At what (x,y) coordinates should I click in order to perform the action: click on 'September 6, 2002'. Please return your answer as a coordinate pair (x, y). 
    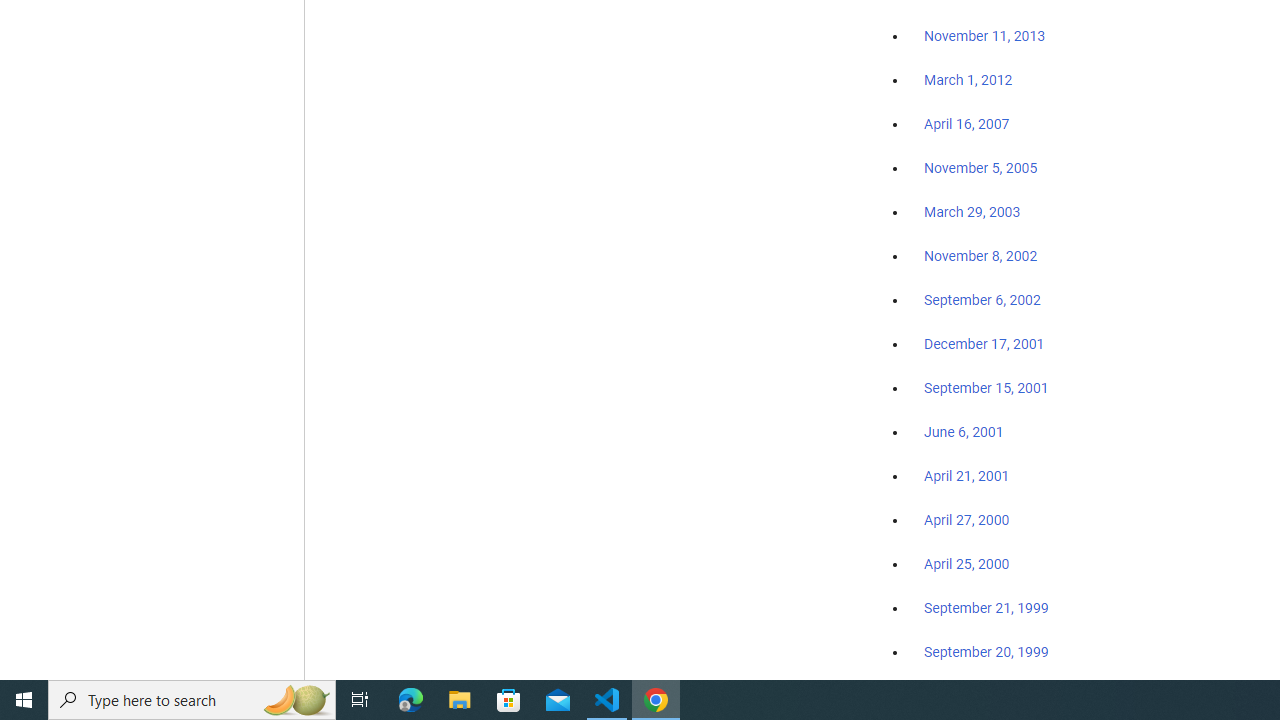
    Looking at the image, I should click on (982, 299).